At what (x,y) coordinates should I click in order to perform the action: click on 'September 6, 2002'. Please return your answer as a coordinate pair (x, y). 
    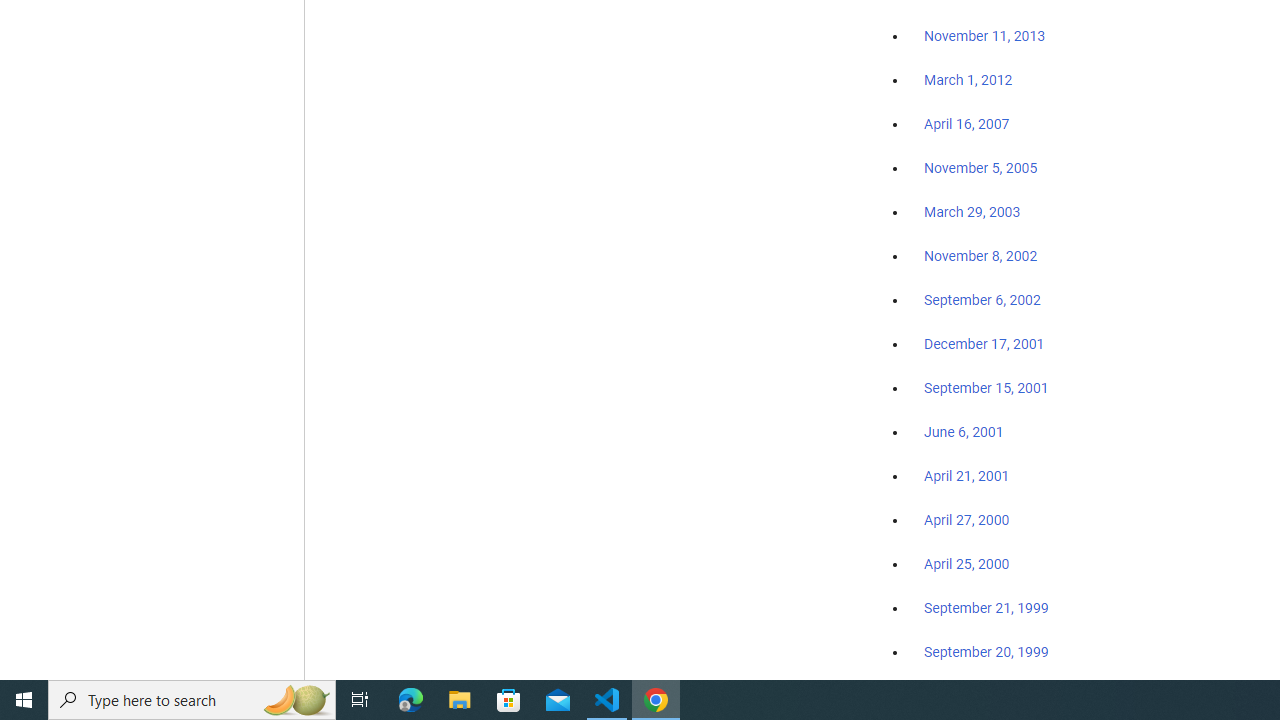
    Looking at the image, I should click on (982, 299).